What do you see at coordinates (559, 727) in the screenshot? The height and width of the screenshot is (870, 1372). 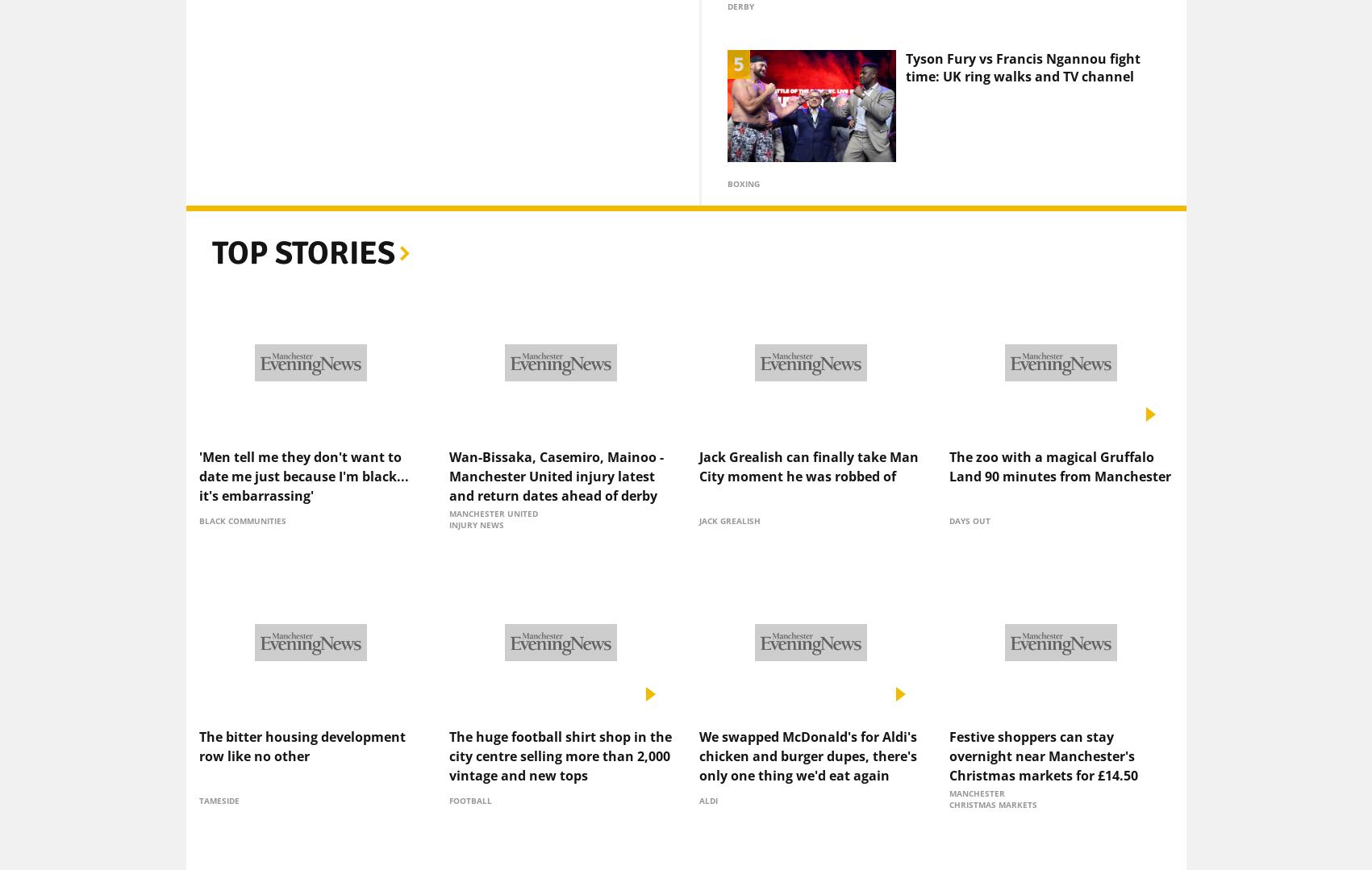 I see `'The huge football shirt shop in the city centre selling more than 2,000 vintage and new tops'` at bounding box center [559, 727].